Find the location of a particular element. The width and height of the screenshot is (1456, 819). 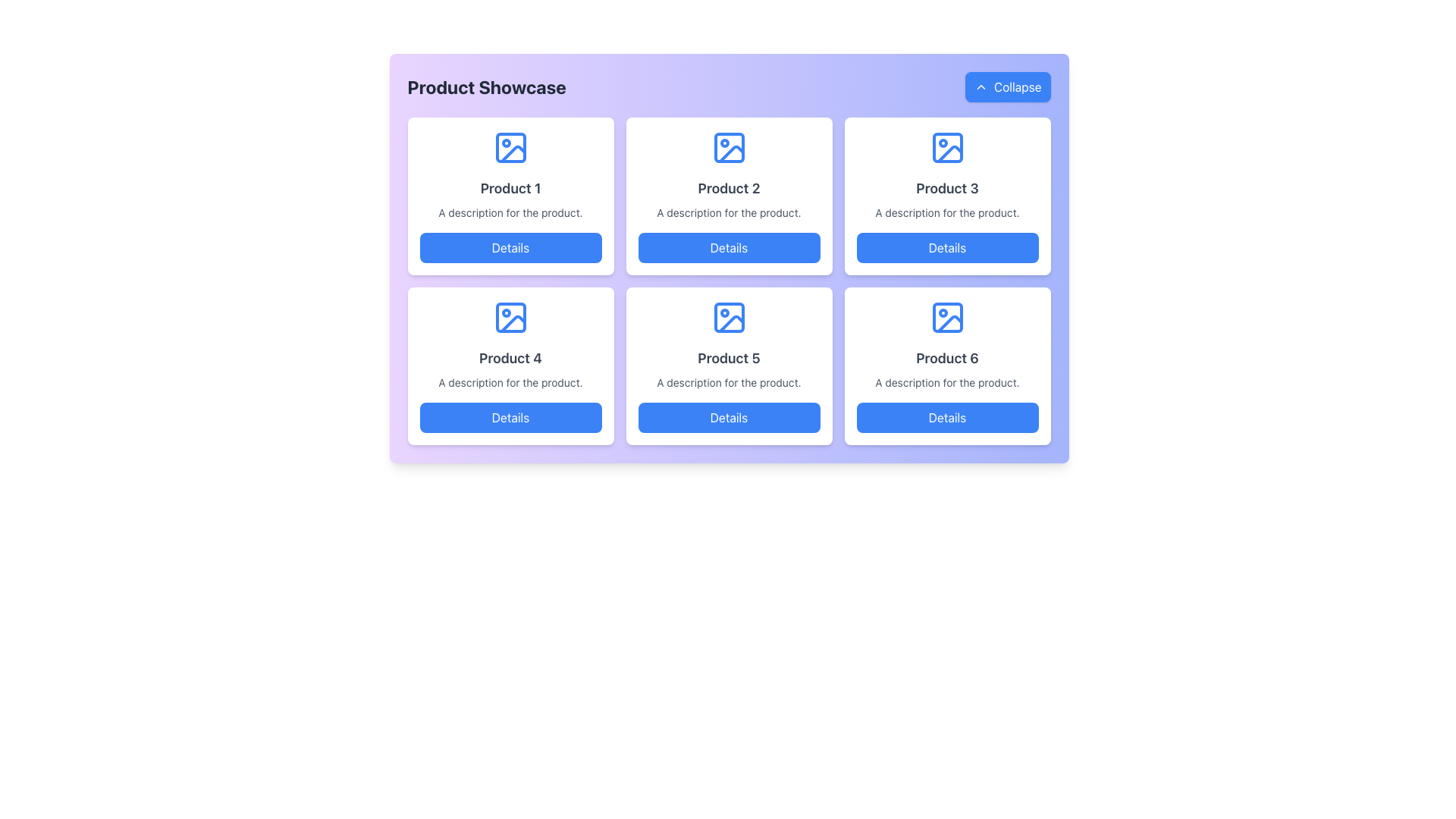

the 'Collapse' button with a blue background and upward-pointing chevron icon, located in the top-right corner of the 'Product Showcase' panel to activate hover effects is located at coordinates (1008, 87).